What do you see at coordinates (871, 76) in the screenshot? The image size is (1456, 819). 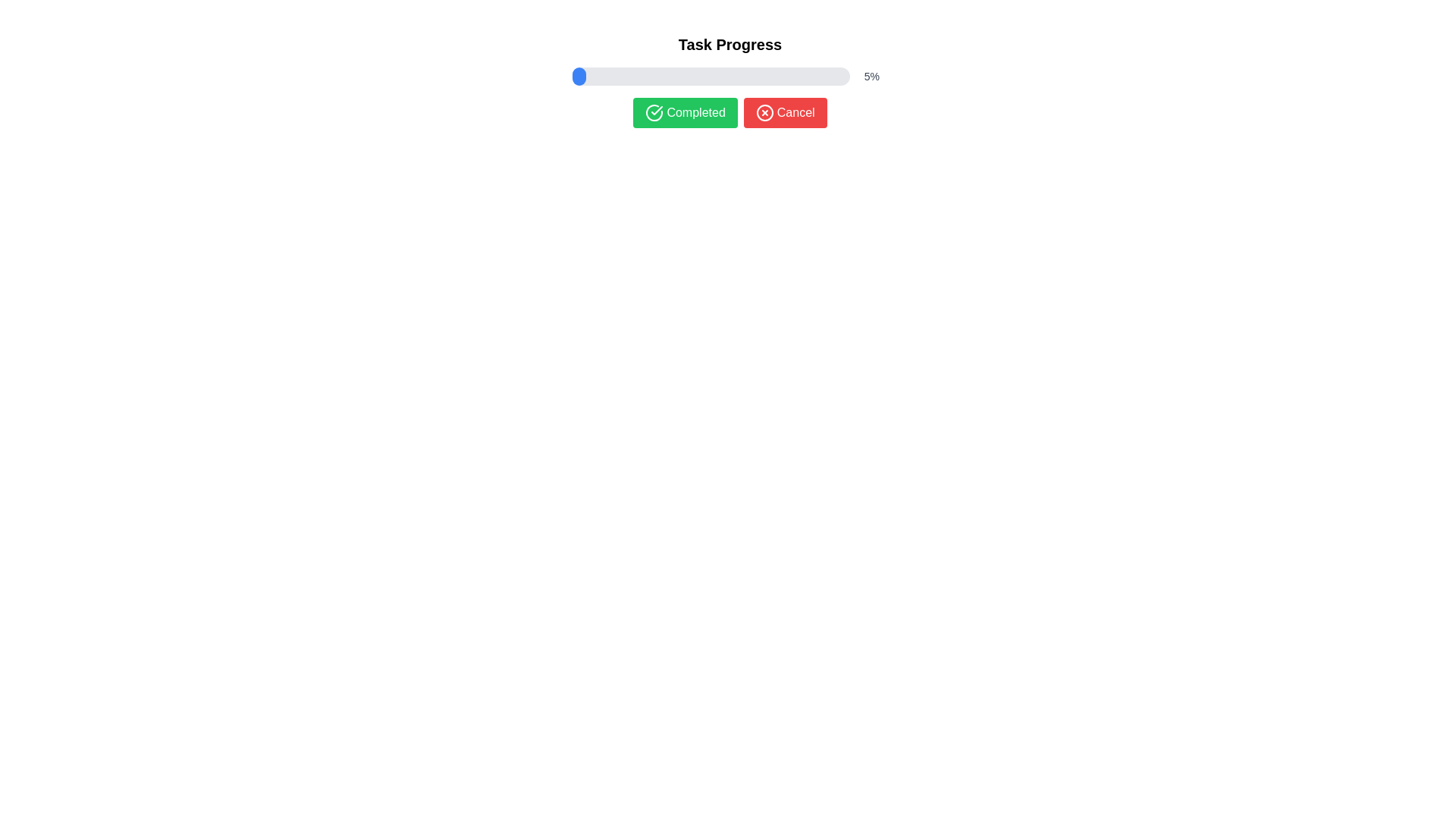 I see `the text label displaying '0%' in gray font color, located at the right end of the progress bar` at bounding box center [871, 76].